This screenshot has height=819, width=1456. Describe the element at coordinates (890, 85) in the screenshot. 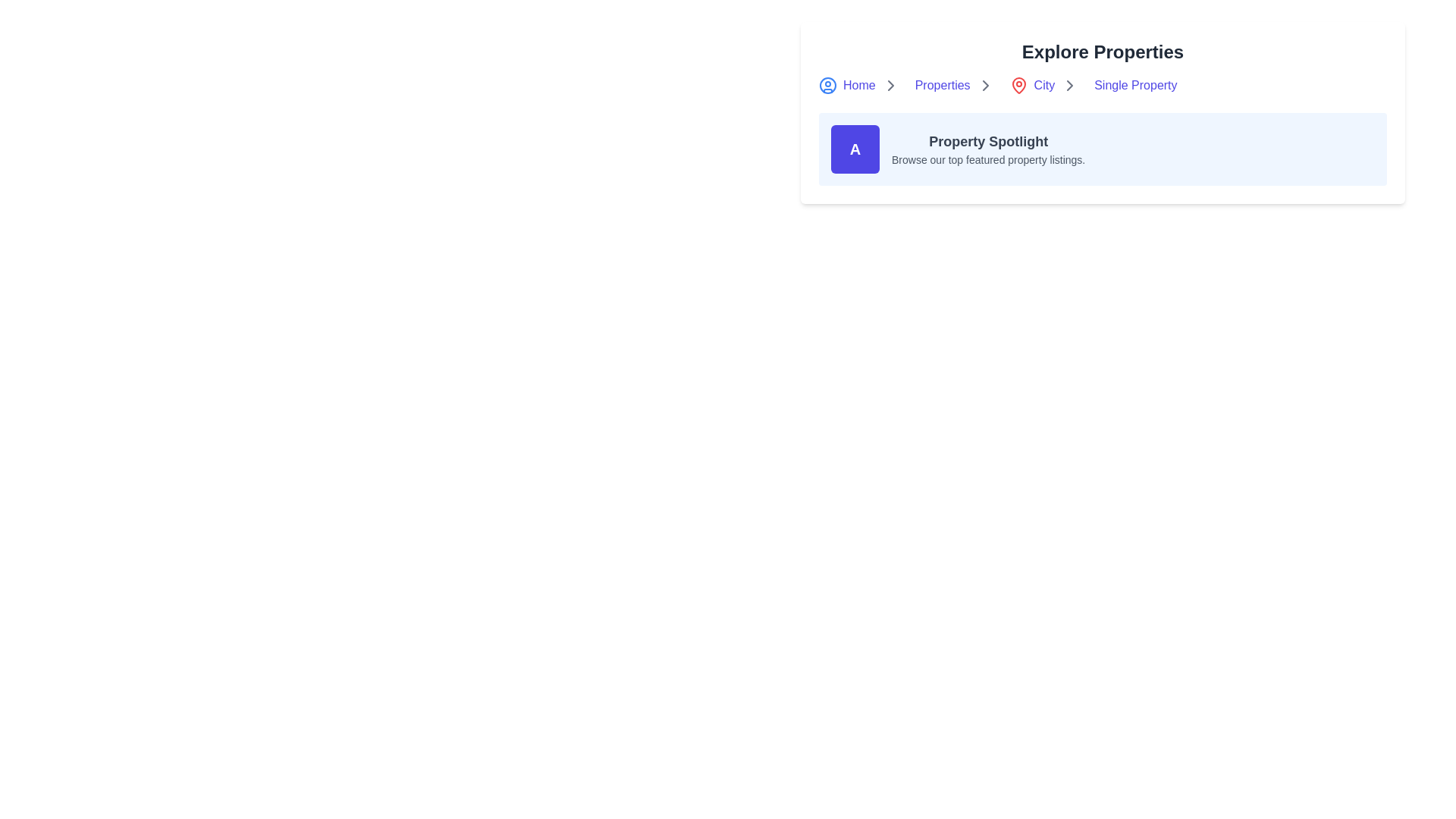

I see `the right-pointing chevron icon in the breadcrumb navigation bar, which is styled with a gray color tone and positioned between the 'Home' and 'Properties' links` at that location.